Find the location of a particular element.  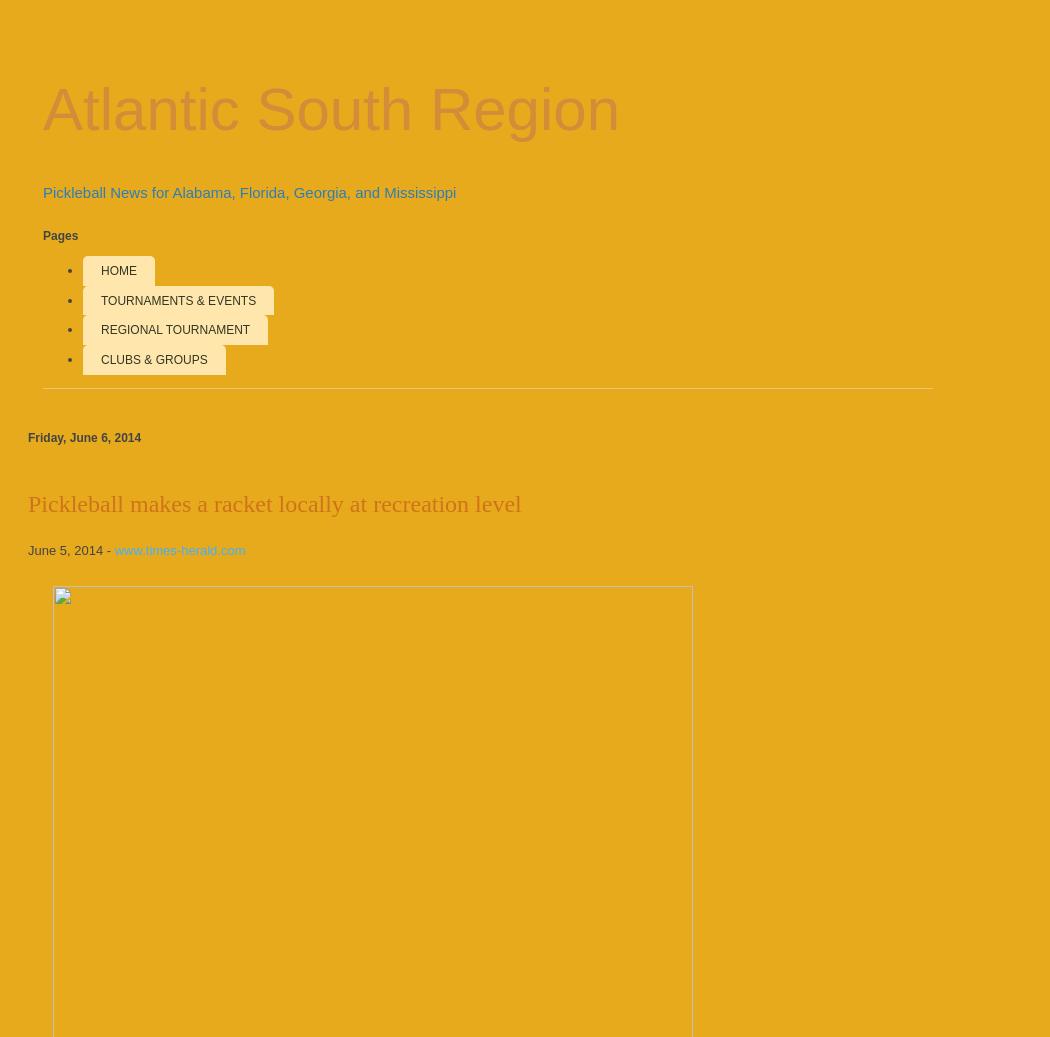

'Pages' is located at coordinates (59, 235).